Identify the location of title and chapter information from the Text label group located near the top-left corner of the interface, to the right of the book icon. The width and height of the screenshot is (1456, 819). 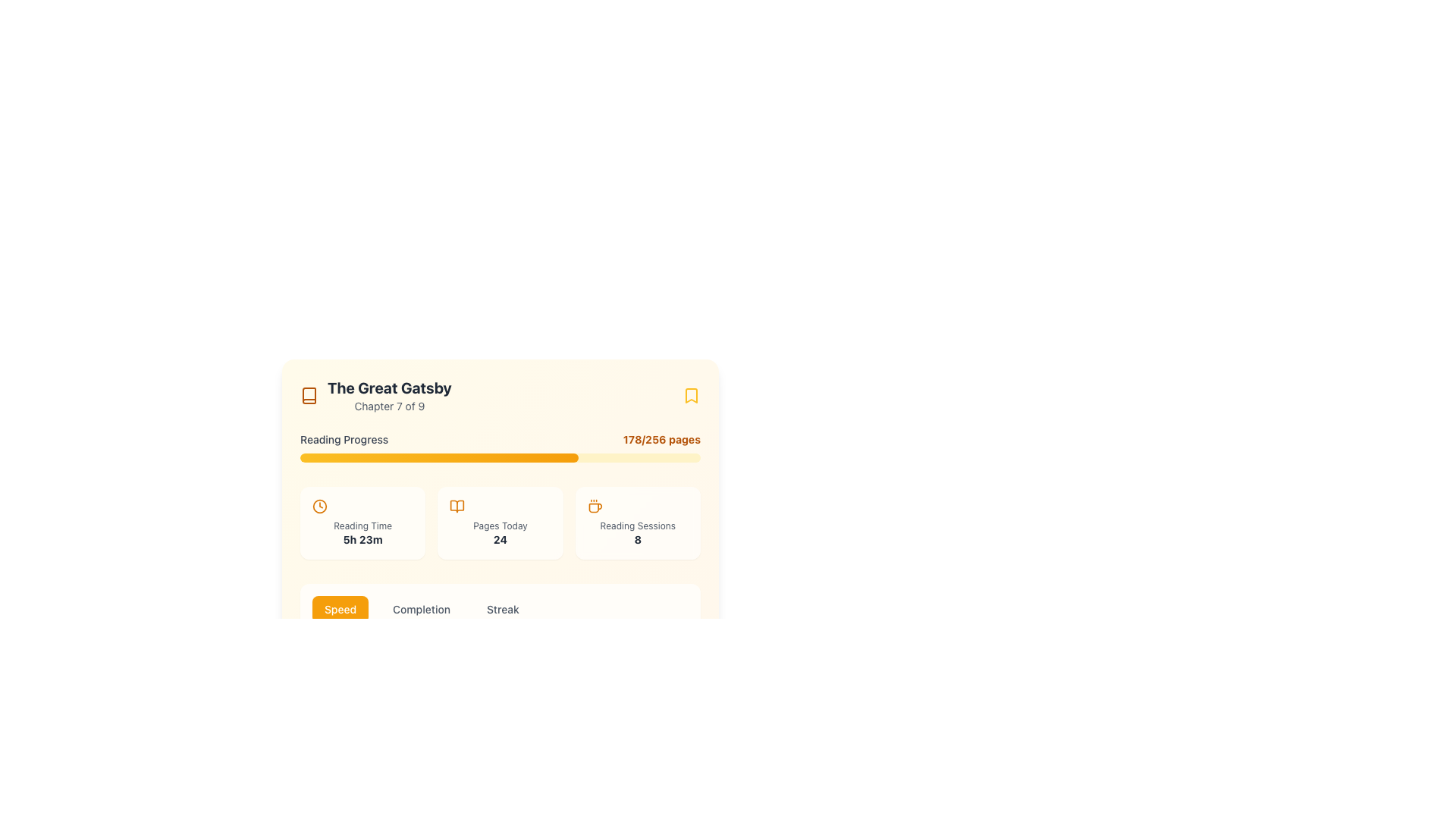
(389, 394).